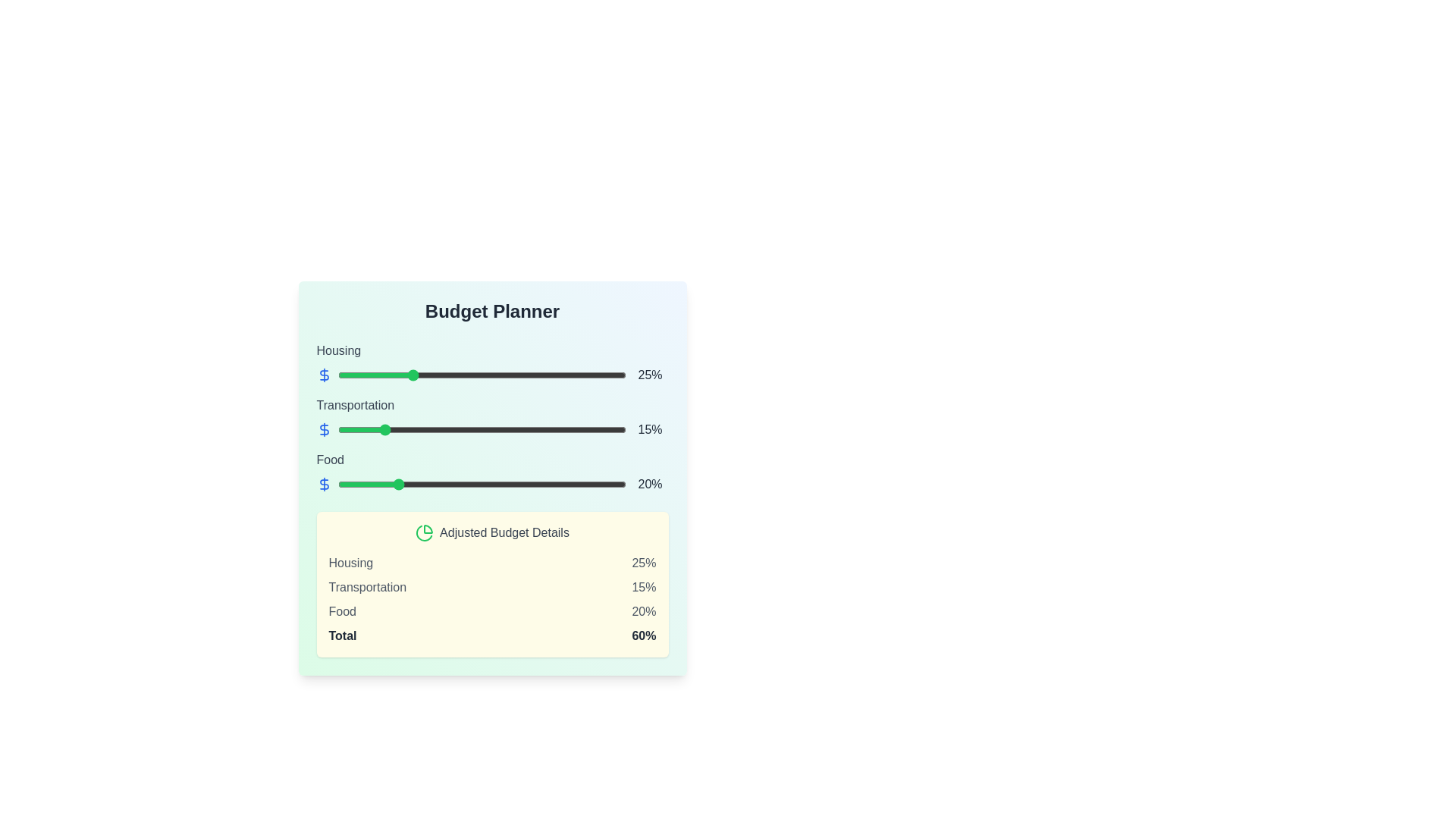 This screenshot has width=1456, height=819. What do you see at coordinates (531, 375) in the screenshot?
I see `the housing budget percentage` at bounding box center [531, 375].